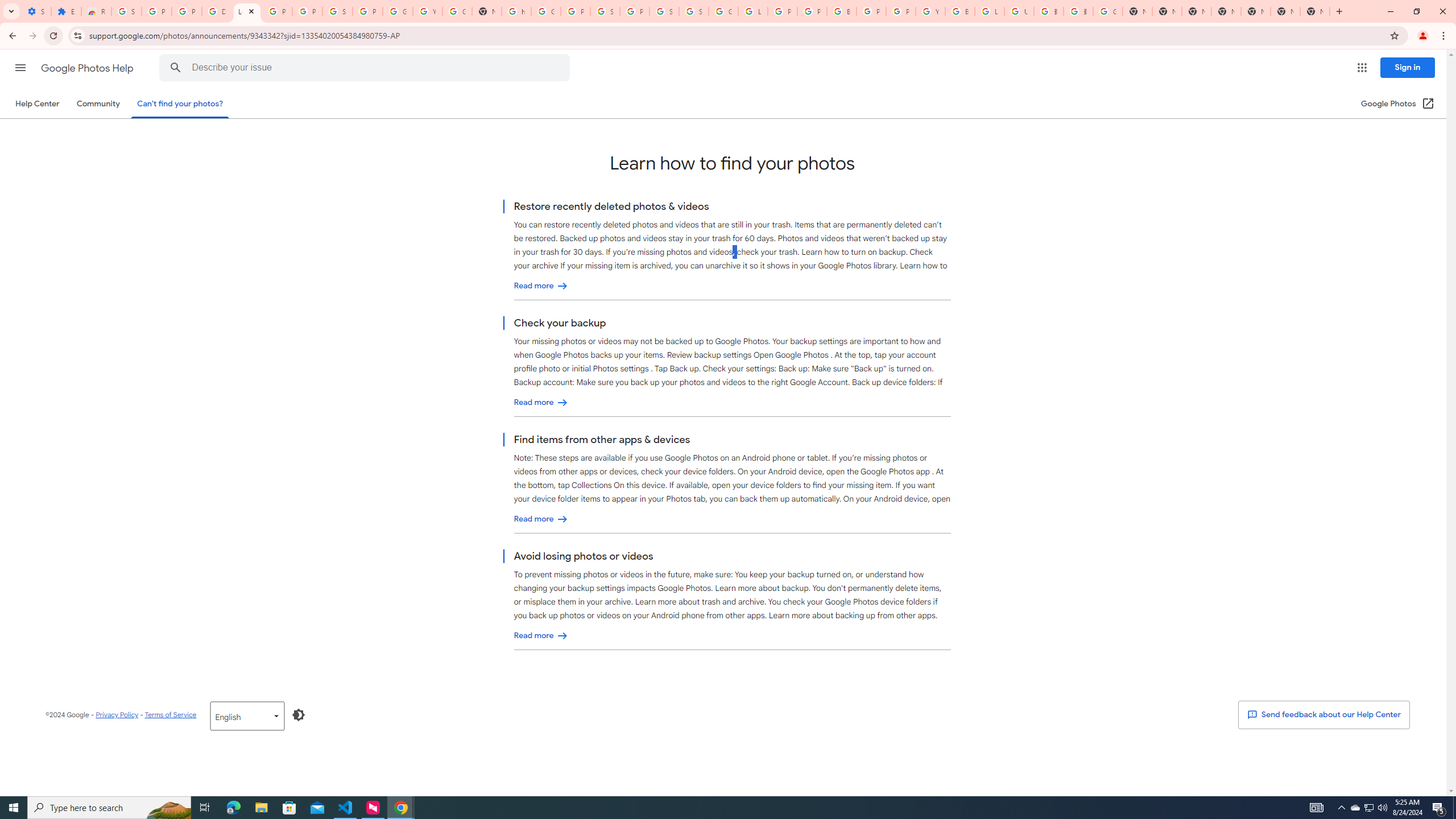  What do you see at coordinates (366, 67) in the screenshot?
I see `'Describe your issue'` at bounding box center [366, 67].